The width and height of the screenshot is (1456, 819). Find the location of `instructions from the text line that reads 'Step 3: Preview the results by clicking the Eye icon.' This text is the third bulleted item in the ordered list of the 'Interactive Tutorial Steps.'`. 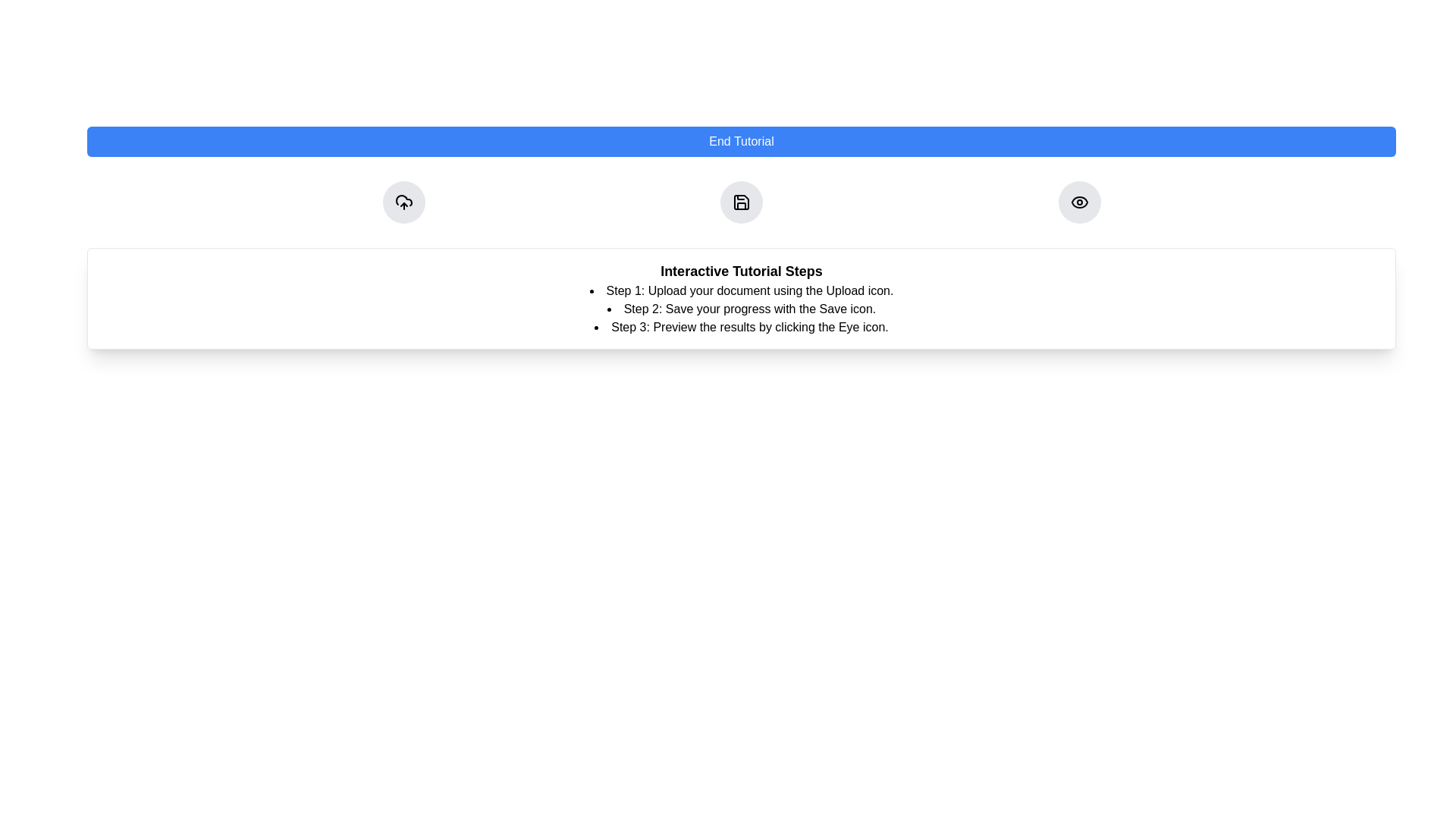

instructions from the text line that reads 'Step 3: Preview the results by clicking the Eye icon.' This text is the third bulleted item in the ordered list of the 'Interactive Tutorial Steps.' is located at coordinates (742, 327).